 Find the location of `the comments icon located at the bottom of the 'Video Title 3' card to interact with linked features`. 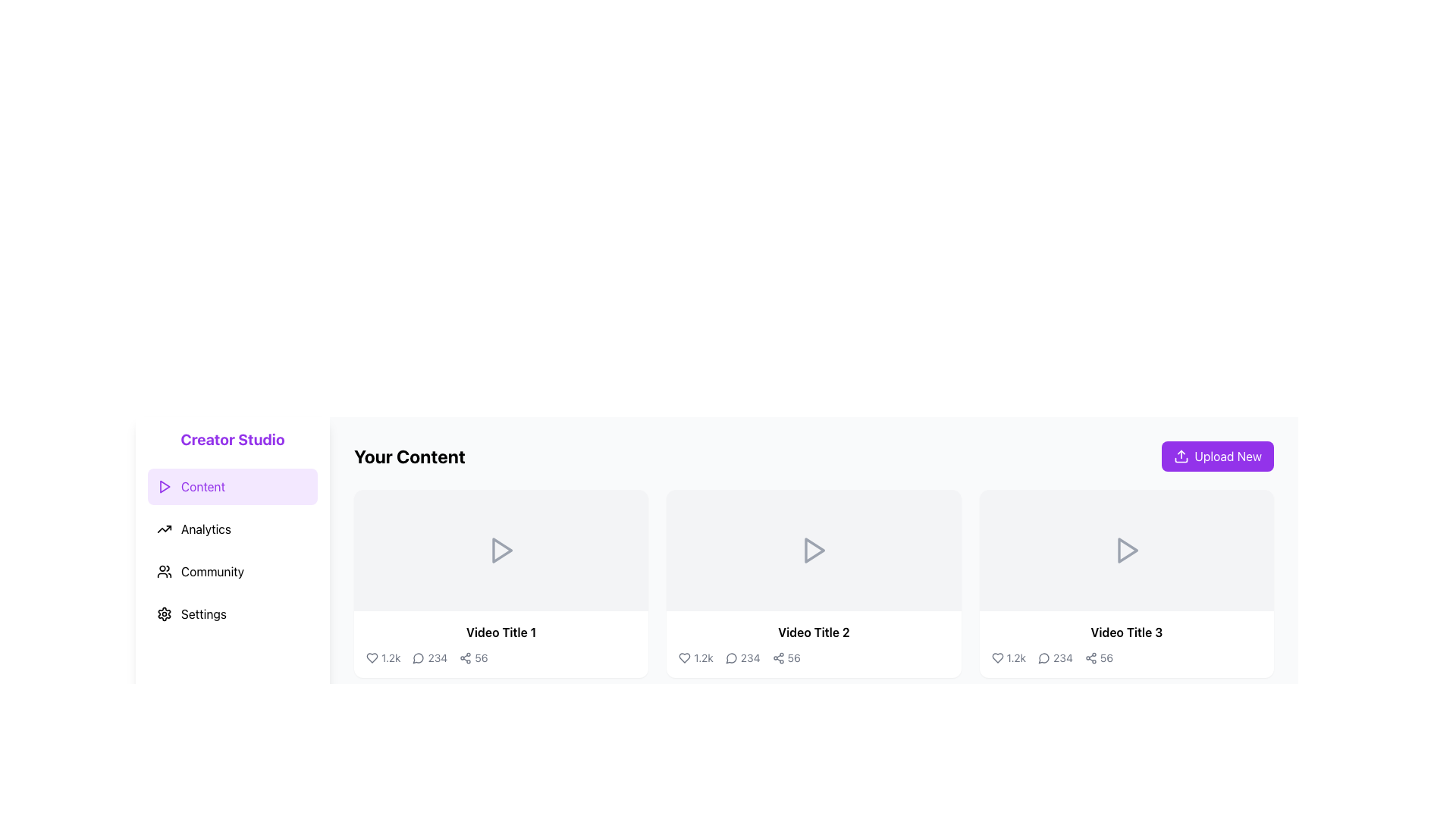

the comments icon located at the bottom of the 'Video Title 3' card to interact with linked features is located at coordinates (1043, 657).